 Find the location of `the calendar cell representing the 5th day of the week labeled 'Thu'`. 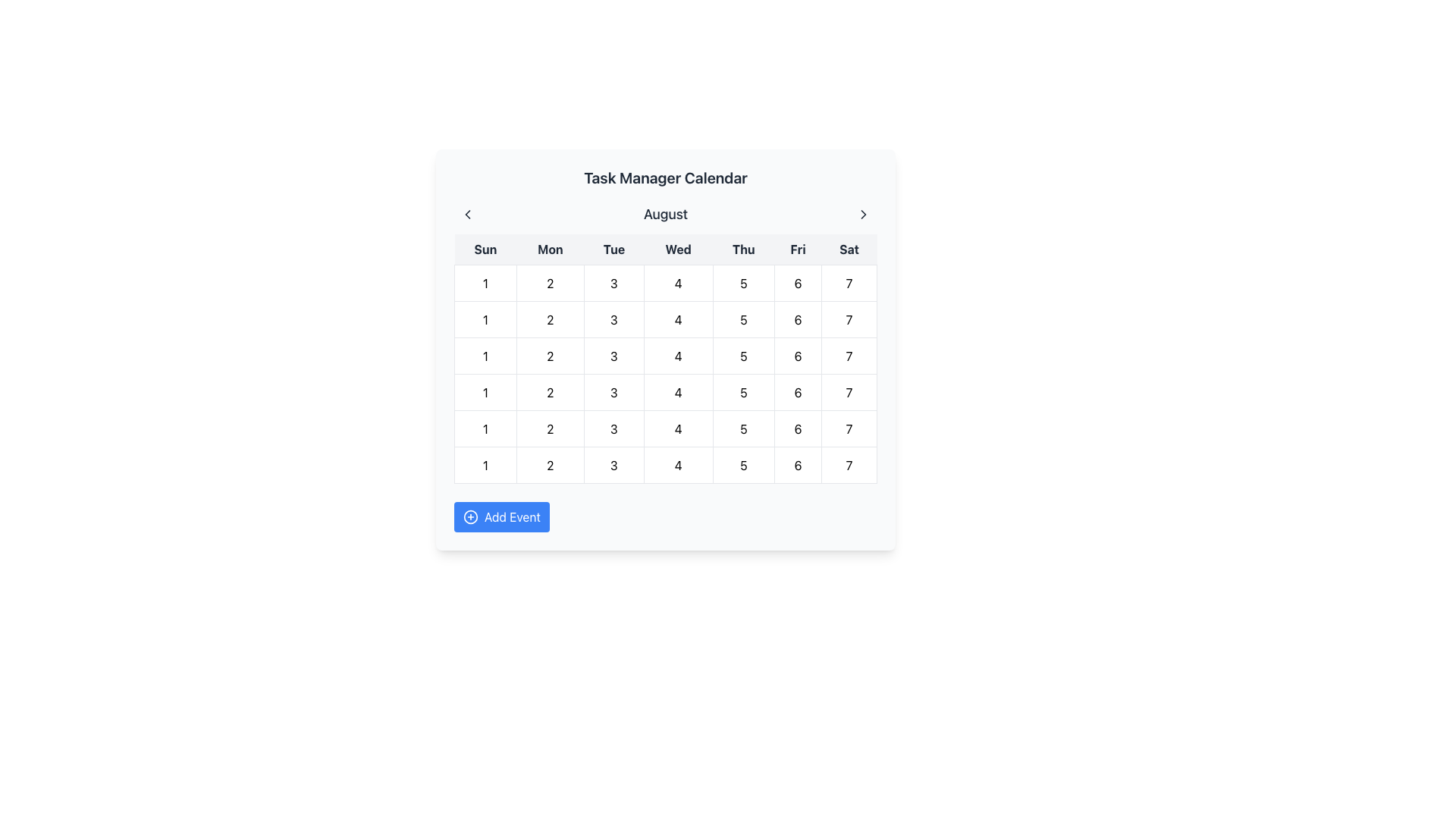

the calendar cell representing the 5th day of the week labeled 'Thu' is located at coordinates (743, 391).